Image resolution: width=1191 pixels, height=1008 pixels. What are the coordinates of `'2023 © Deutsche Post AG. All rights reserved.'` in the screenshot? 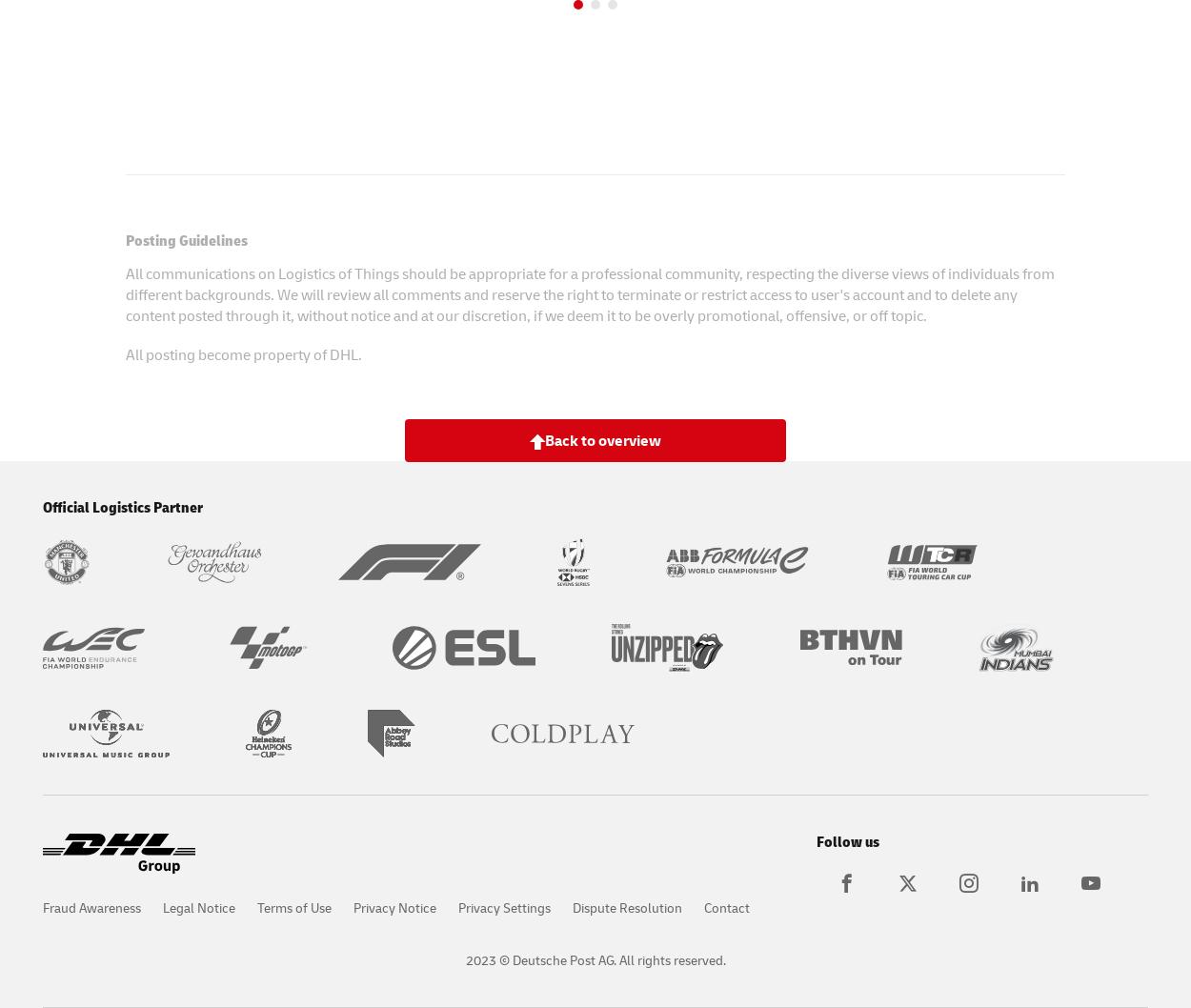 It's located at (594, 958).